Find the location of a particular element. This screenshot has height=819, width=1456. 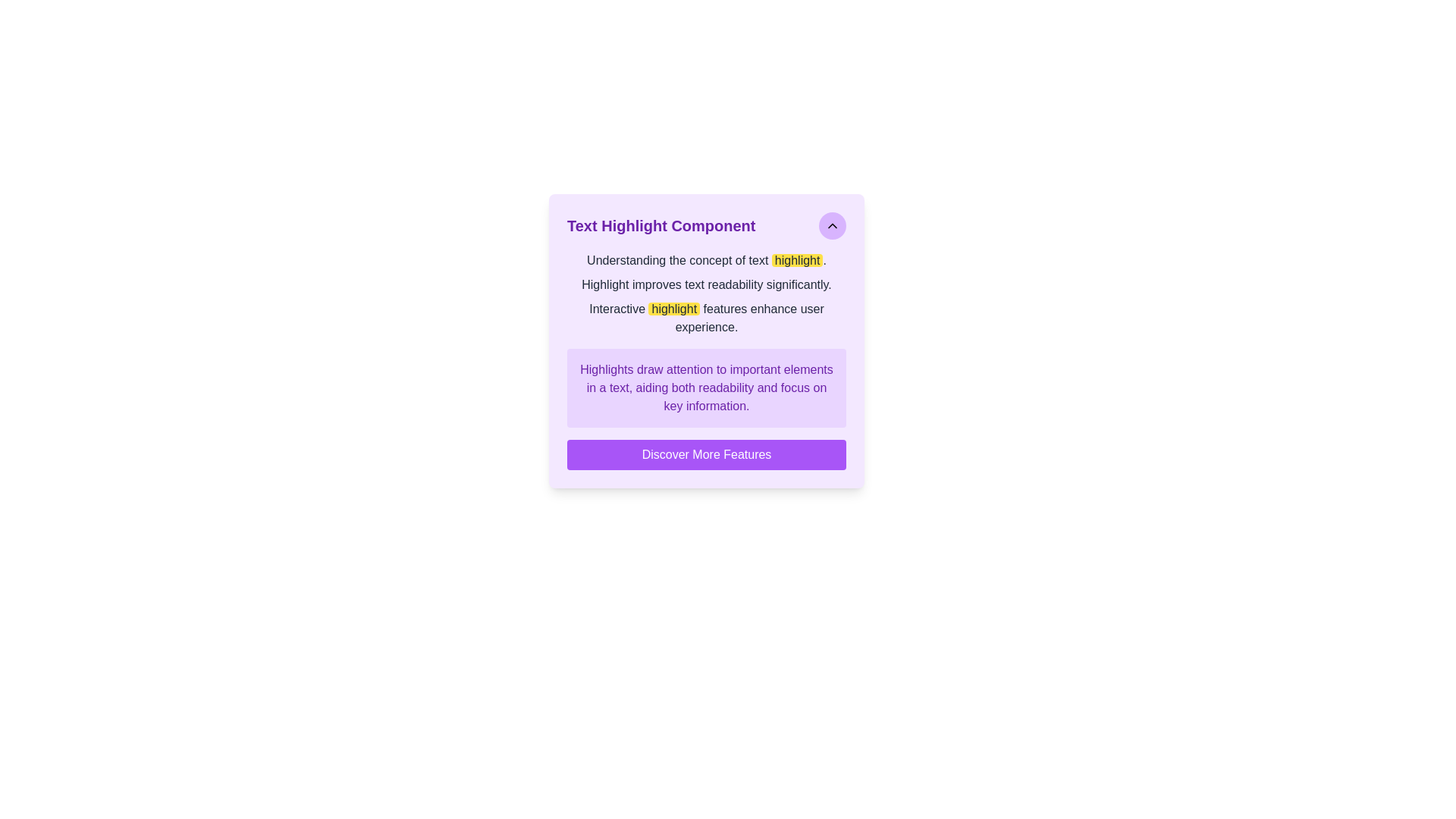

the button with the bright purple background labeled 'Discover More Features' to observe its interaction effect is located at coordinates (705, 454).